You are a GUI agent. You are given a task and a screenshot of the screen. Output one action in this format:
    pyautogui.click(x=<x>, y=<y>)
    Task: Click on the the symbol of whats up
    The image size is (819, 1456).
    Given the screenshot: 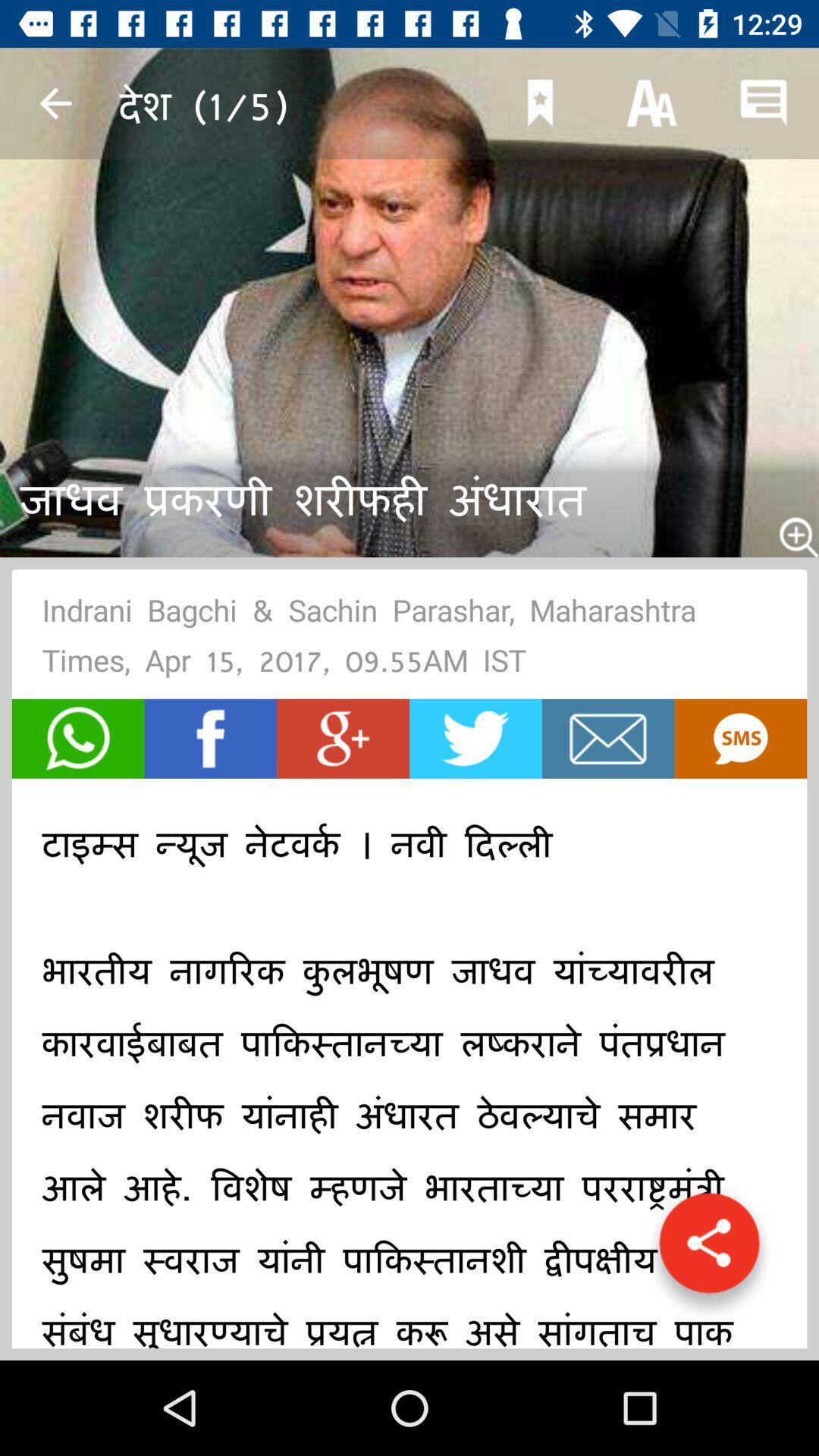 What is the action you would take?
    pyautogui.click(x=78, y=739)
    